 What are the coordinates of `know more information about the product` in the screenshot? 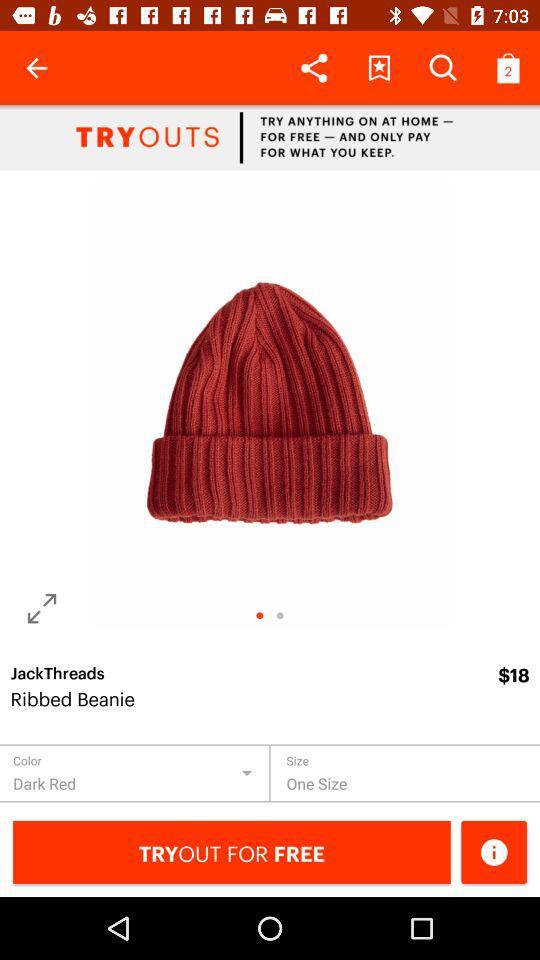 It's located at (493, 851).